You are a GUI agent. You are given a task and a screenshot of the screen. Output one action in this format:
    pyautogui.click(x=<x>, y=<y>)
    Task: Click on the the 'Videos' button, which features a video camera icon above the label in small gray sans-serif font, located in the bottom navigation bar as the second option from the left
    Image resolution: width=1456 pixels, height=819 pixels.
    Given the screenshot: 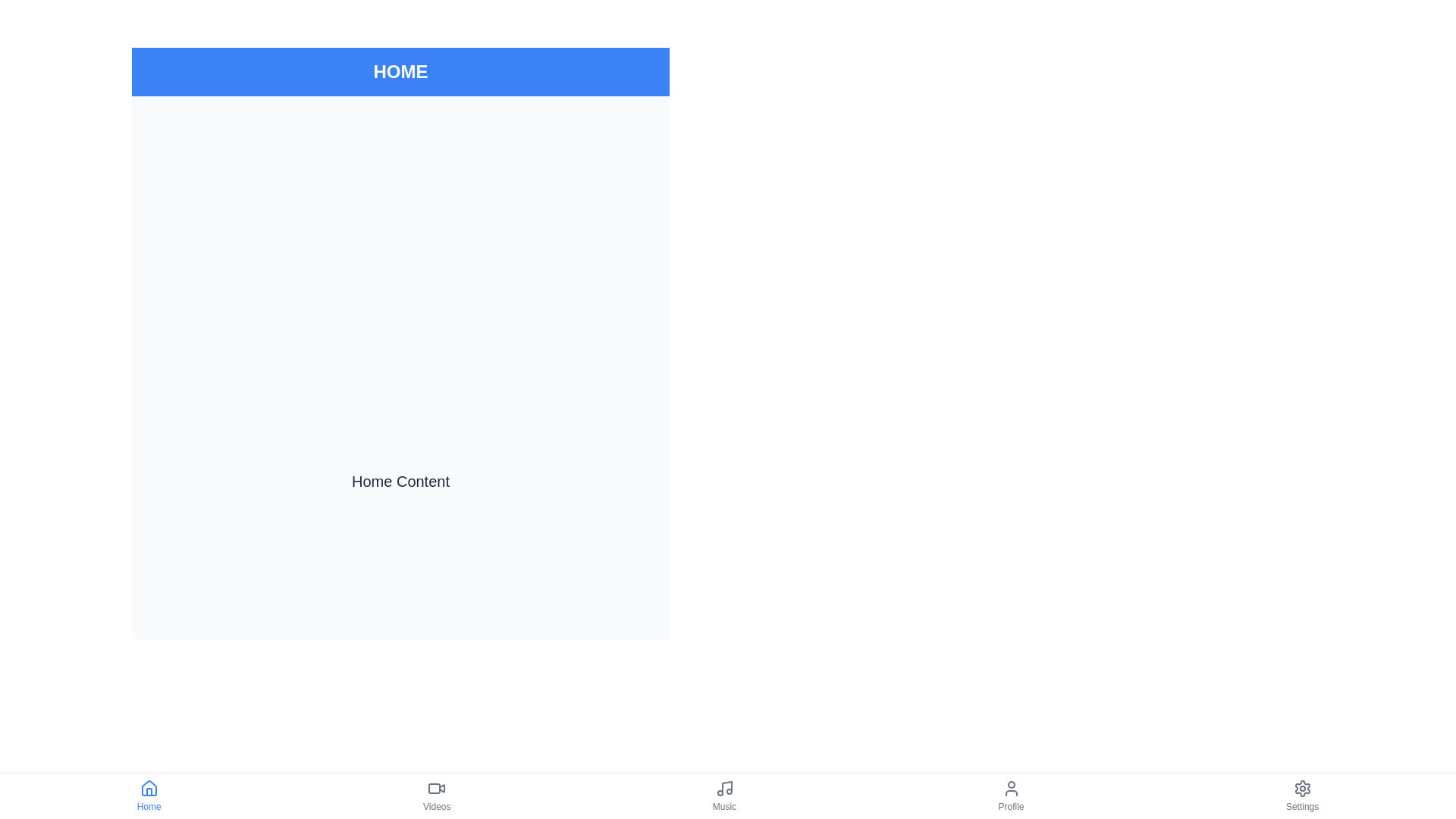 What is the action you would take?
    pyautogui.click(x=436, y=795)
    